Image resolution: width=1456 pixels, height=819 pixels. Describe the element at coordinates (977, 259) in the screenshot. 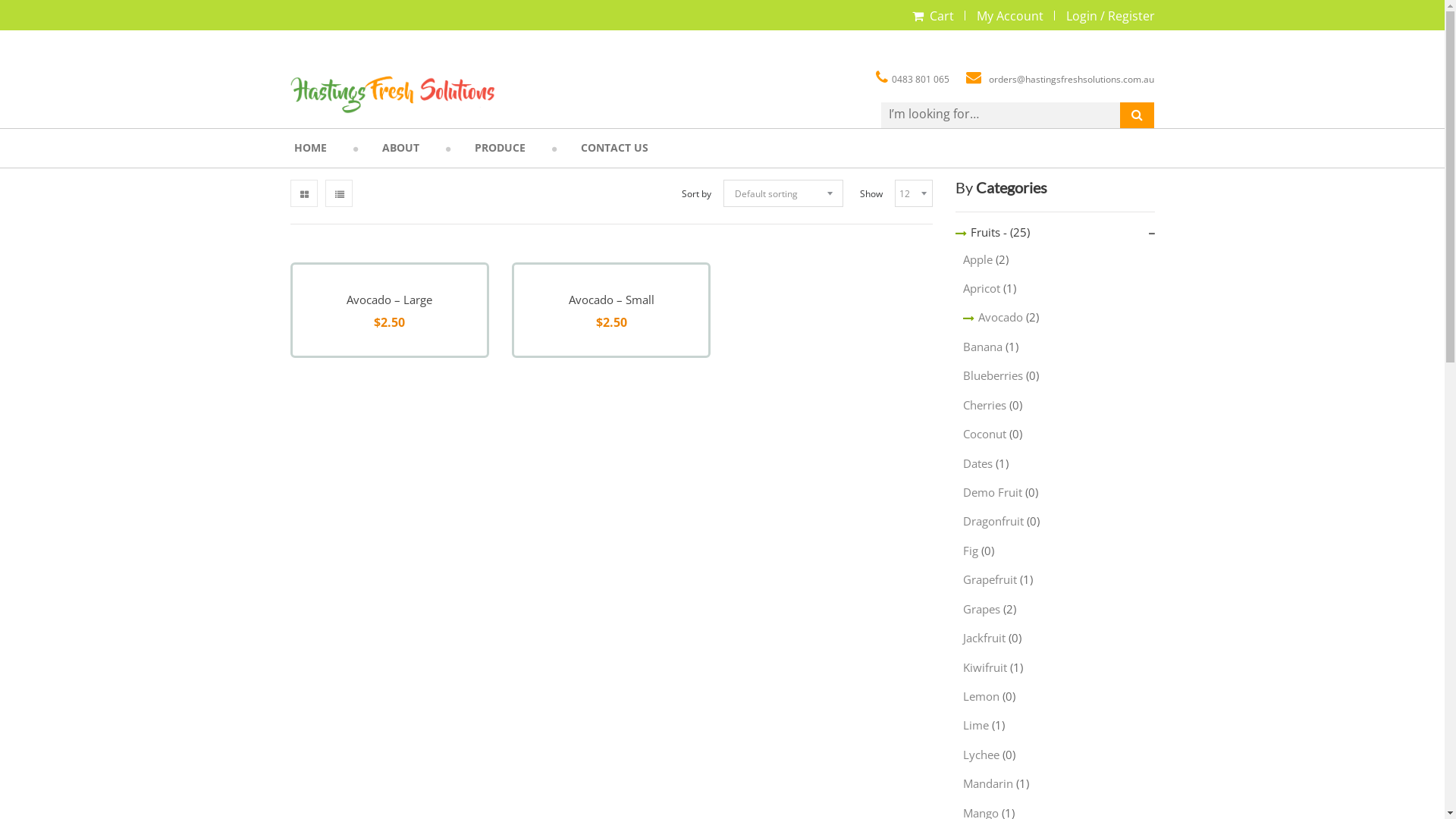

I see `'Apple'` at that location.